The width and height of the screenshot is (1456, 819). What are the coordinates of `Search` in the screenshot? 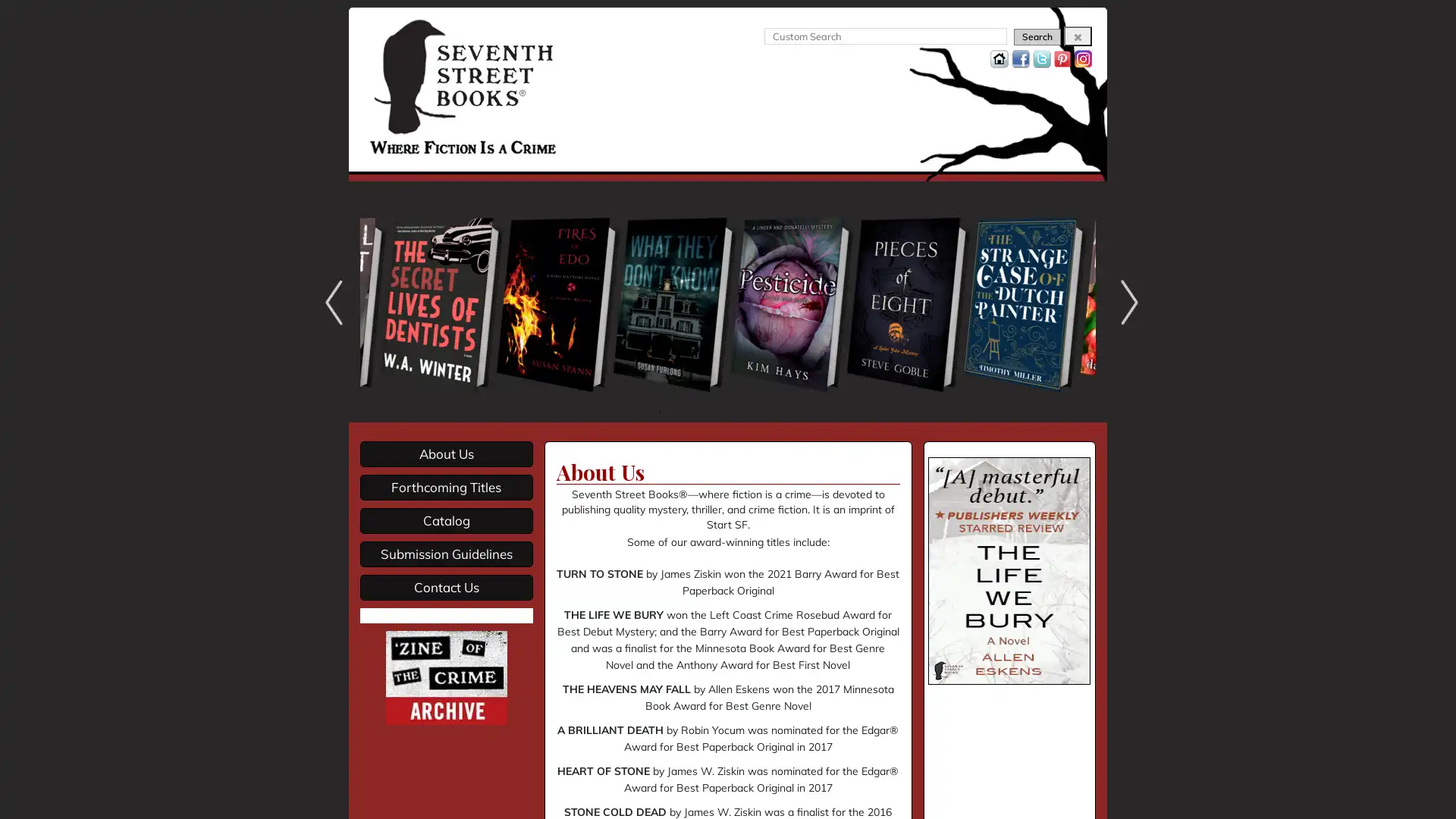 It's located at (1037, 36).